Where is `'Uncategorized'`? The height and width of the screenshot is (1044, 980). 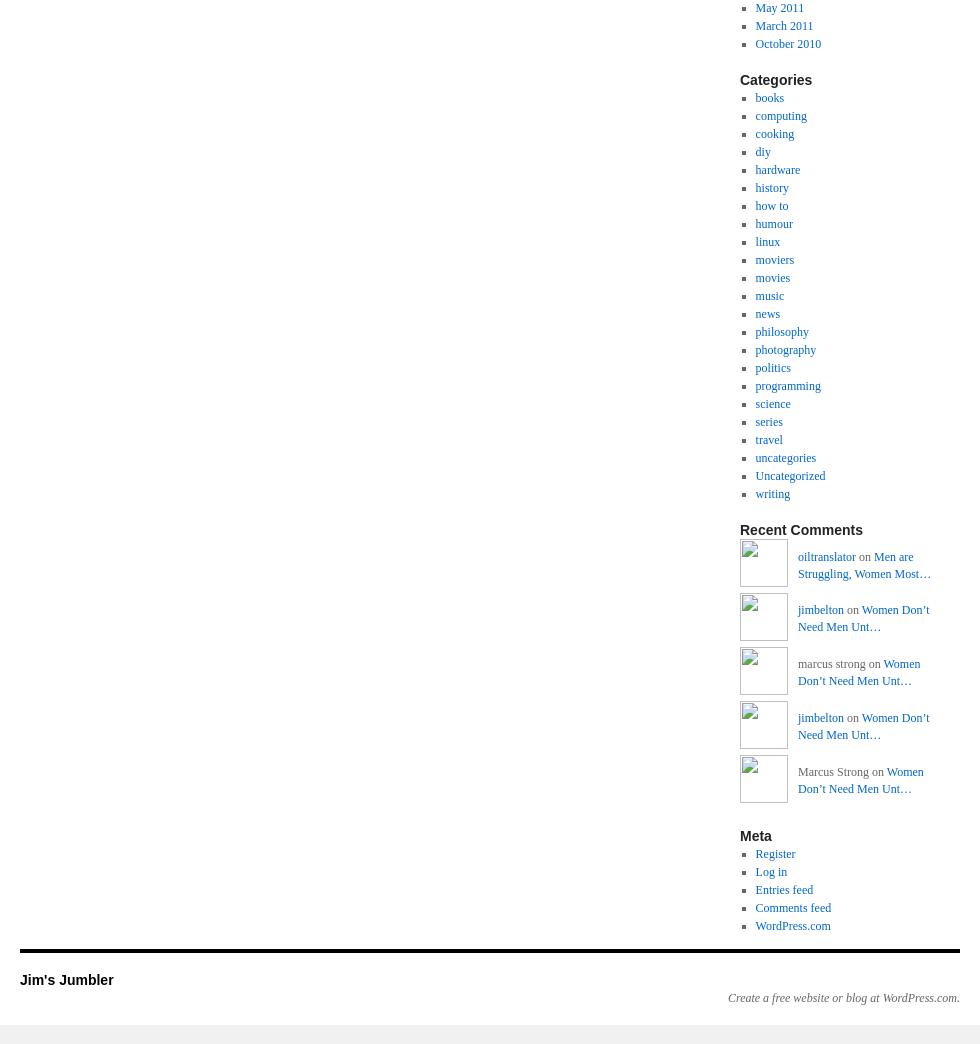 'Uncategorized' is located at coordinates (789, 475).